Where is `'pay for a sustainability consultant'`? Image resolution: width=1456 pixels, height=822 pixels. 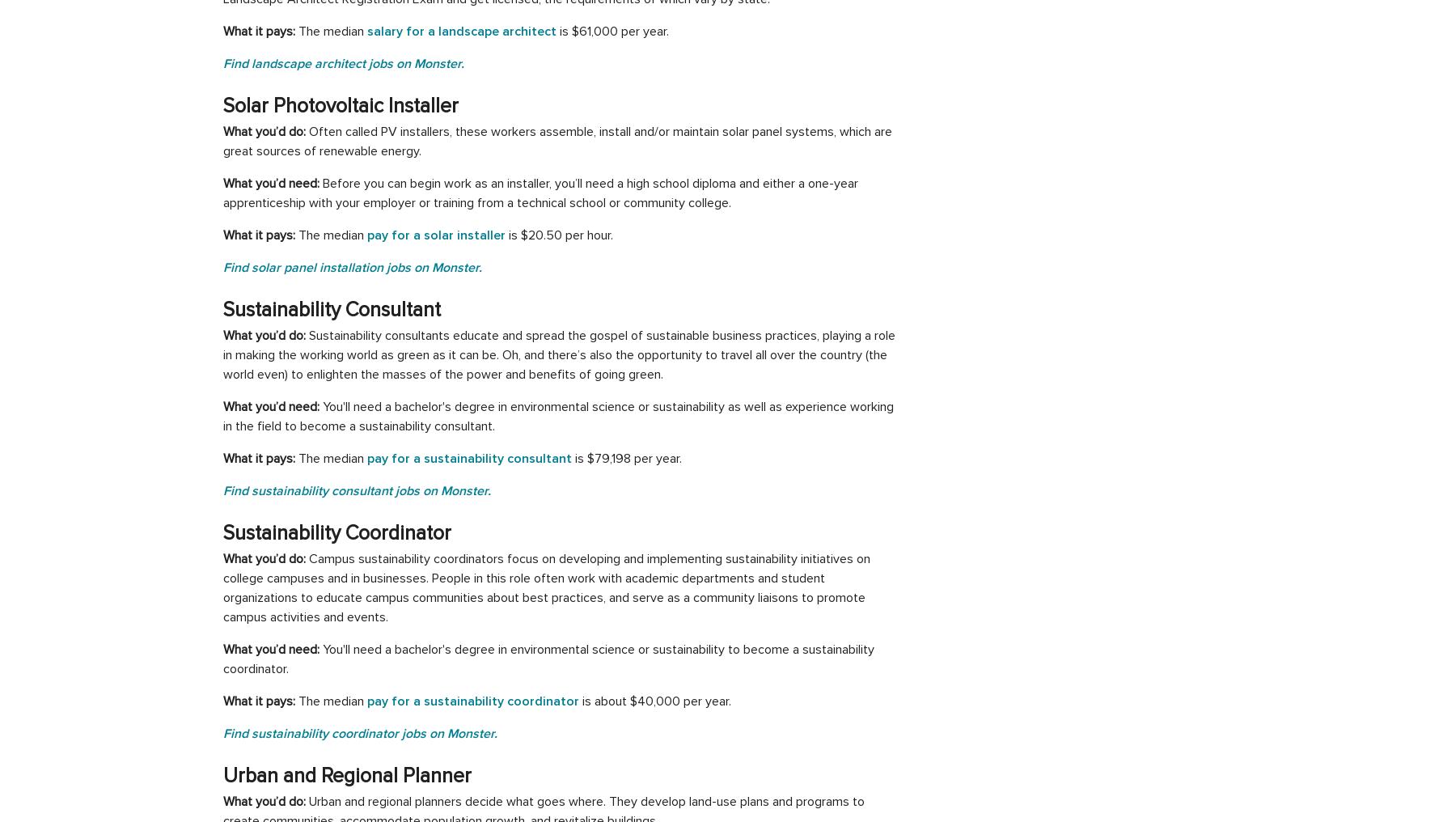 'pay for a sustainability consultant' is located at coordinates (469, 458).